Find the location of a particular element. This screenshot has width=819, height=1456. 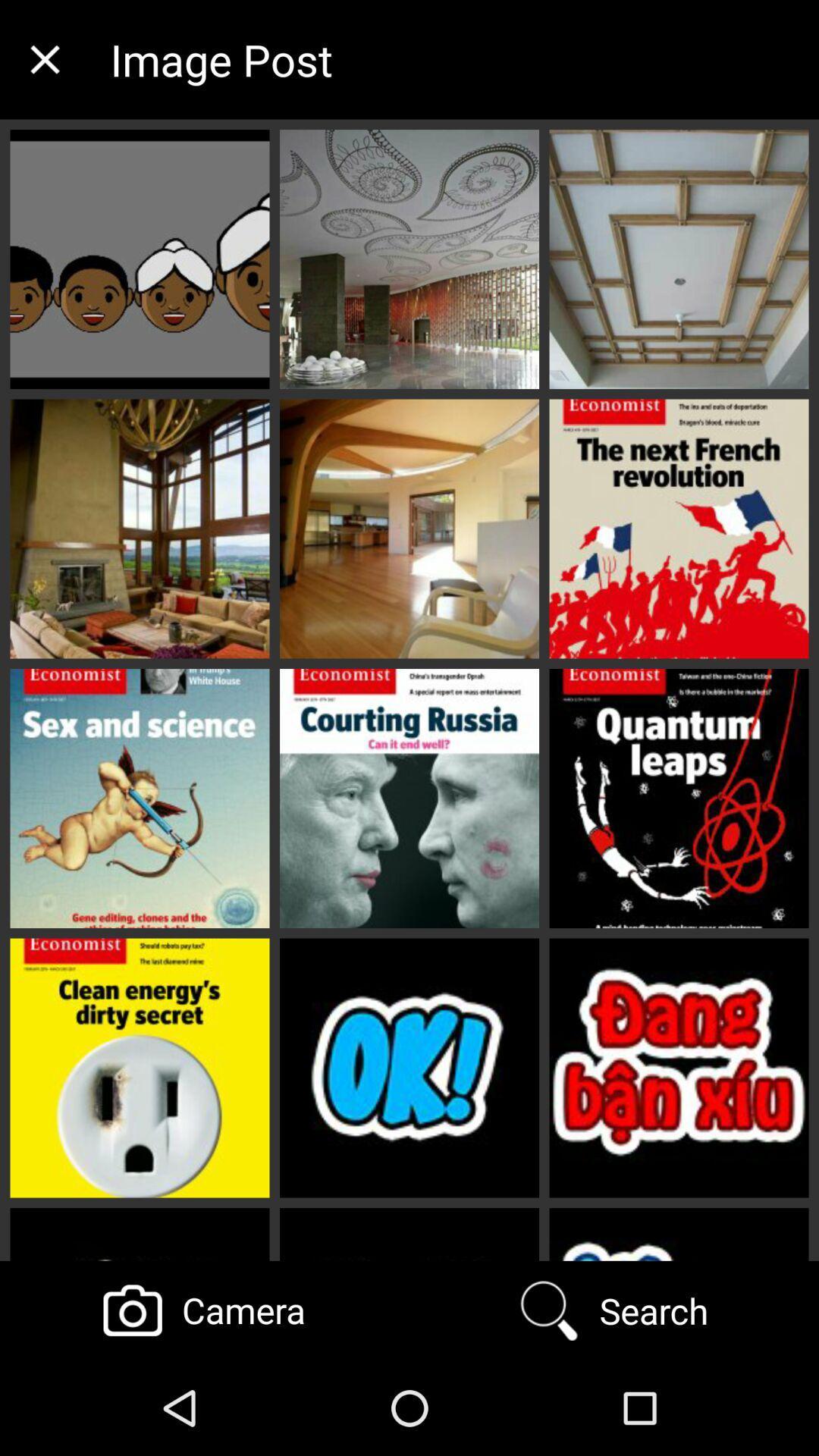

the close icon is located at coordinates (44, 59).